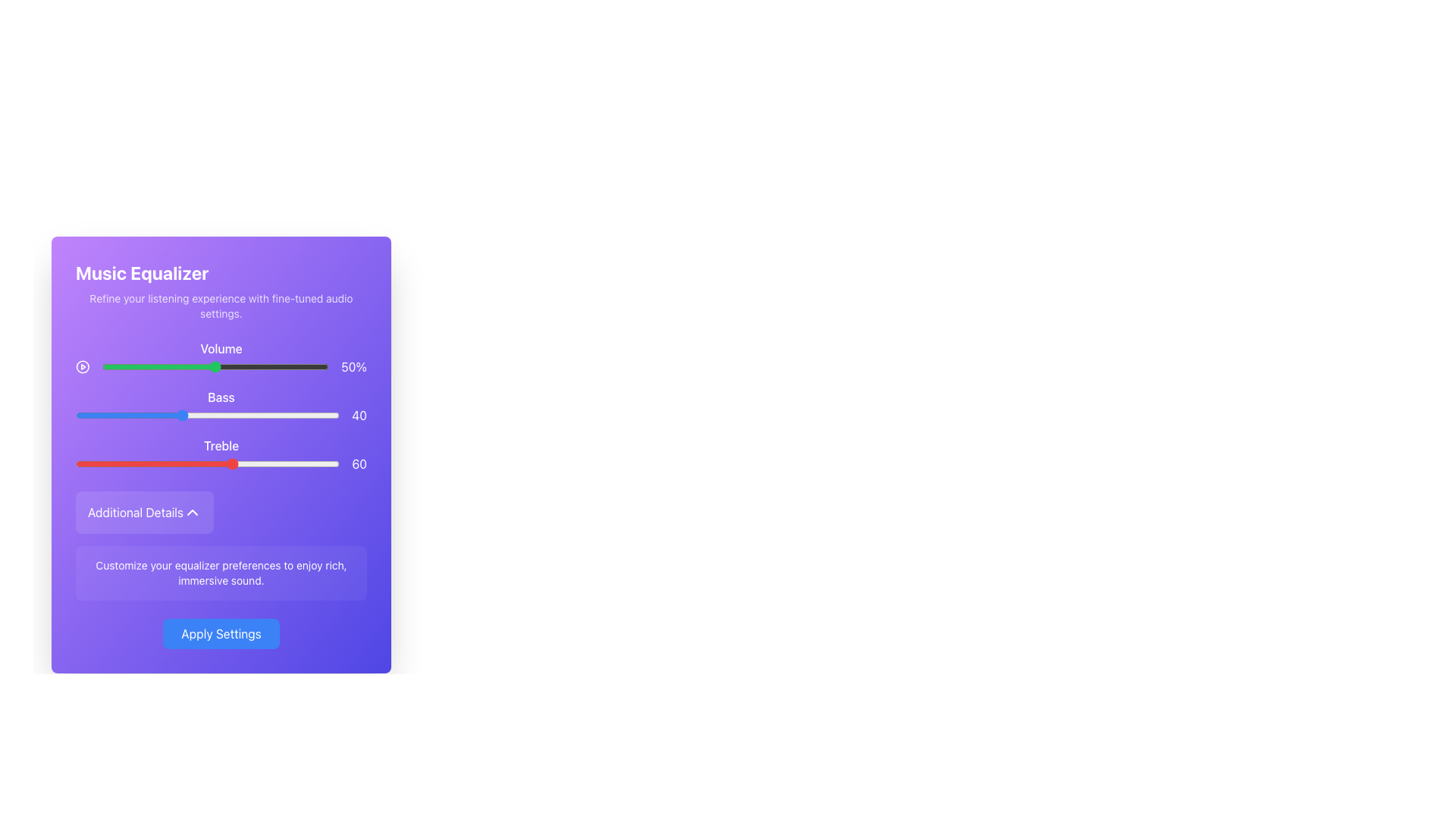  What do you see at coordinates (359, 415) in the screenshot?
I see `the numeric value '40' displayed in a white font against a purple background, located within the 'Bass' slider of the 'Music Equalizer' interface` at bounding box center [359, 415].